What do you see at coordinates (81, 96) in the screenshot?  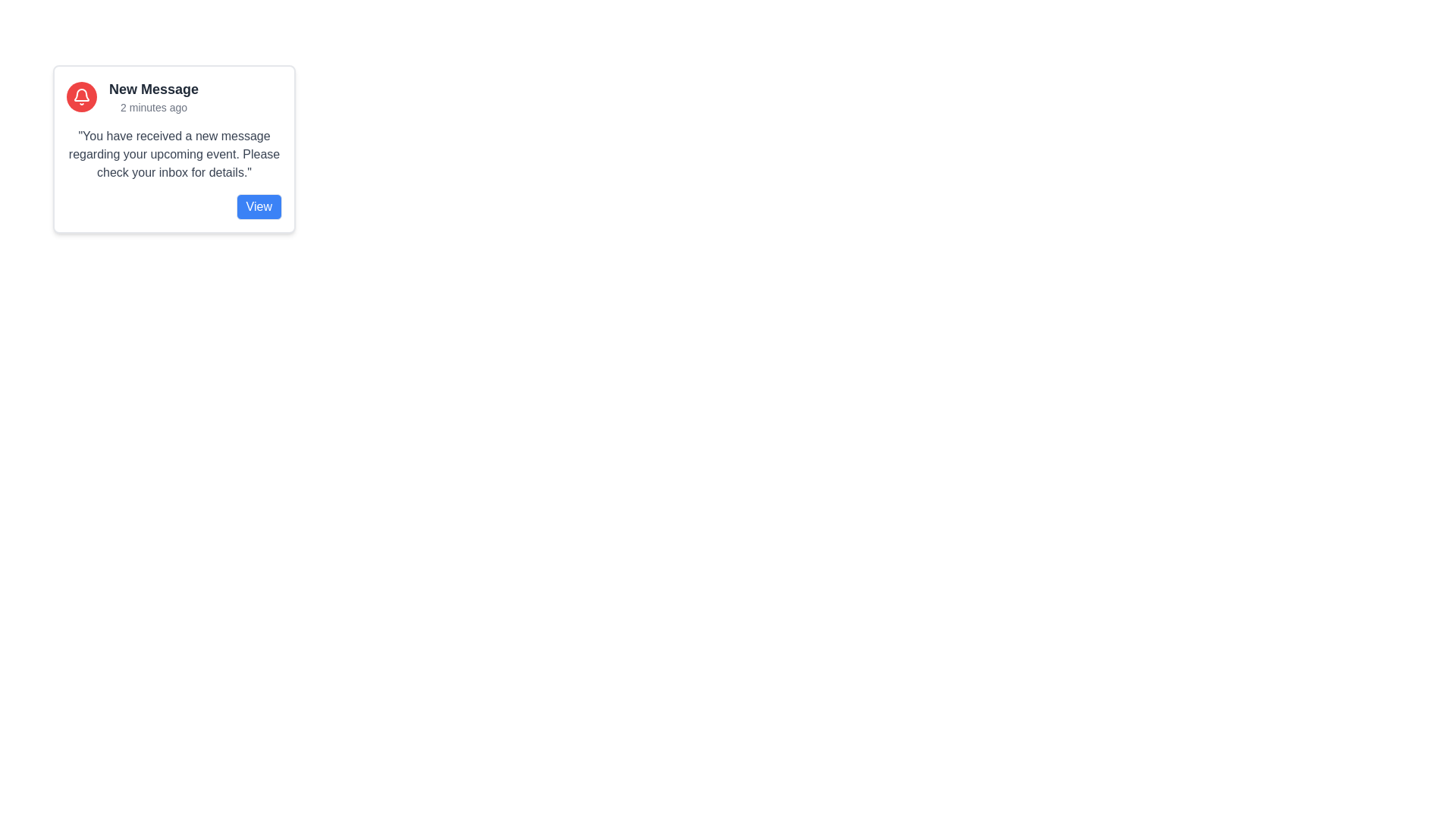 I see `the Icon Badge located at the top-left corner of the notification card, adjacent to the title 'New Message'` at bounding box center [81, 96].